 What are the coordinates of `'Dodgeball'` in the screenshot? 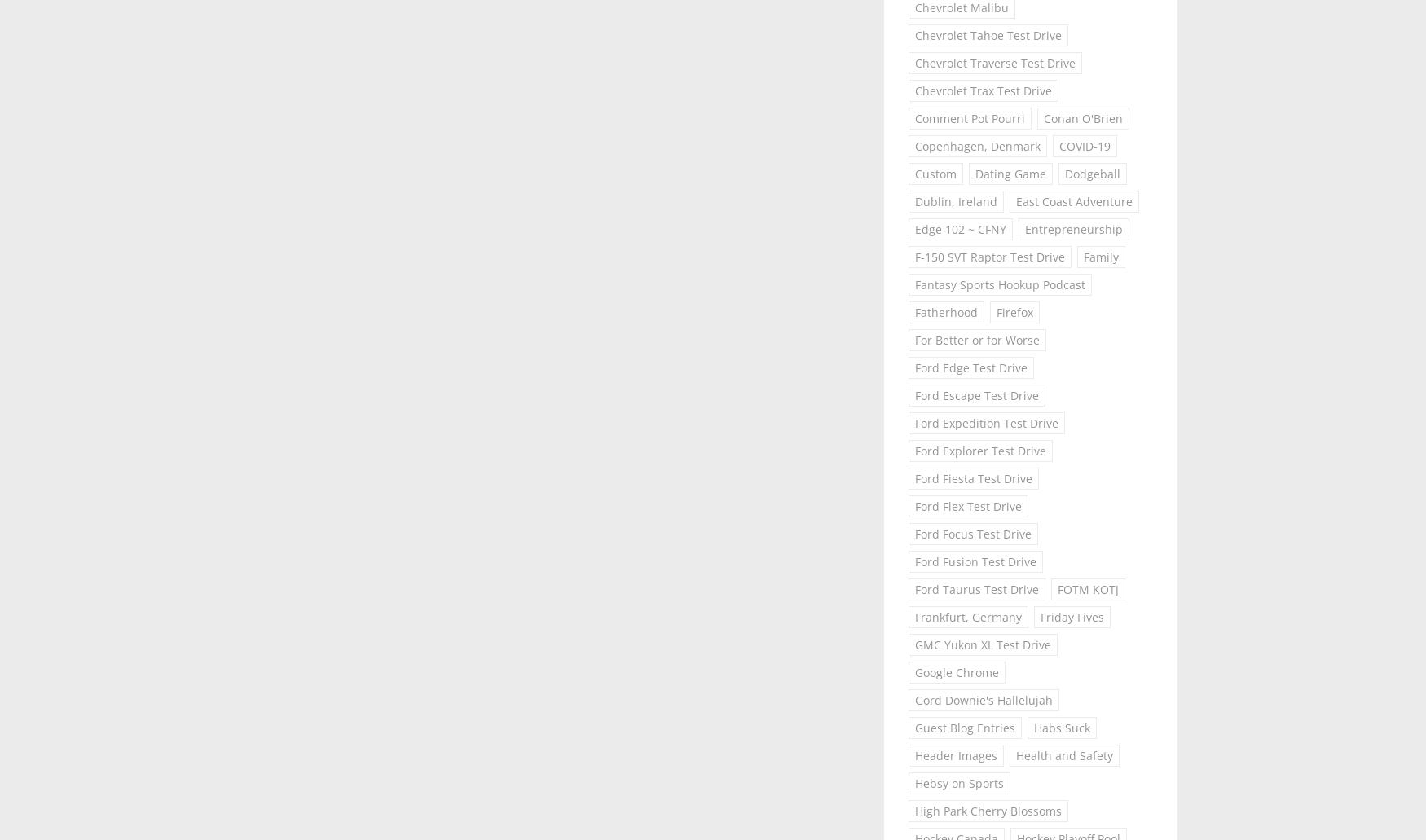 It's located at (1093, 173).